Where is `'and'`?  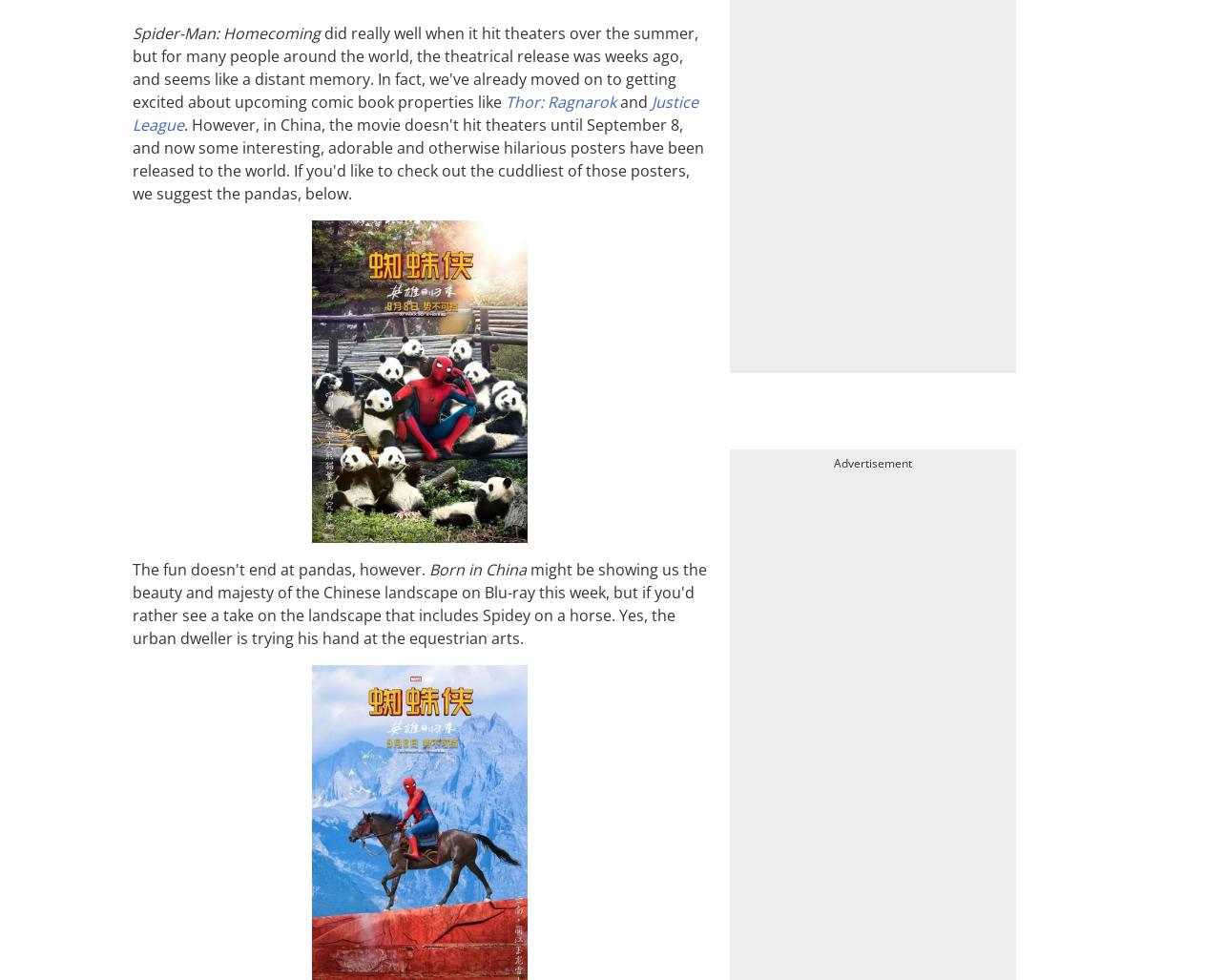
'and' is located at coordinates (633, 99).